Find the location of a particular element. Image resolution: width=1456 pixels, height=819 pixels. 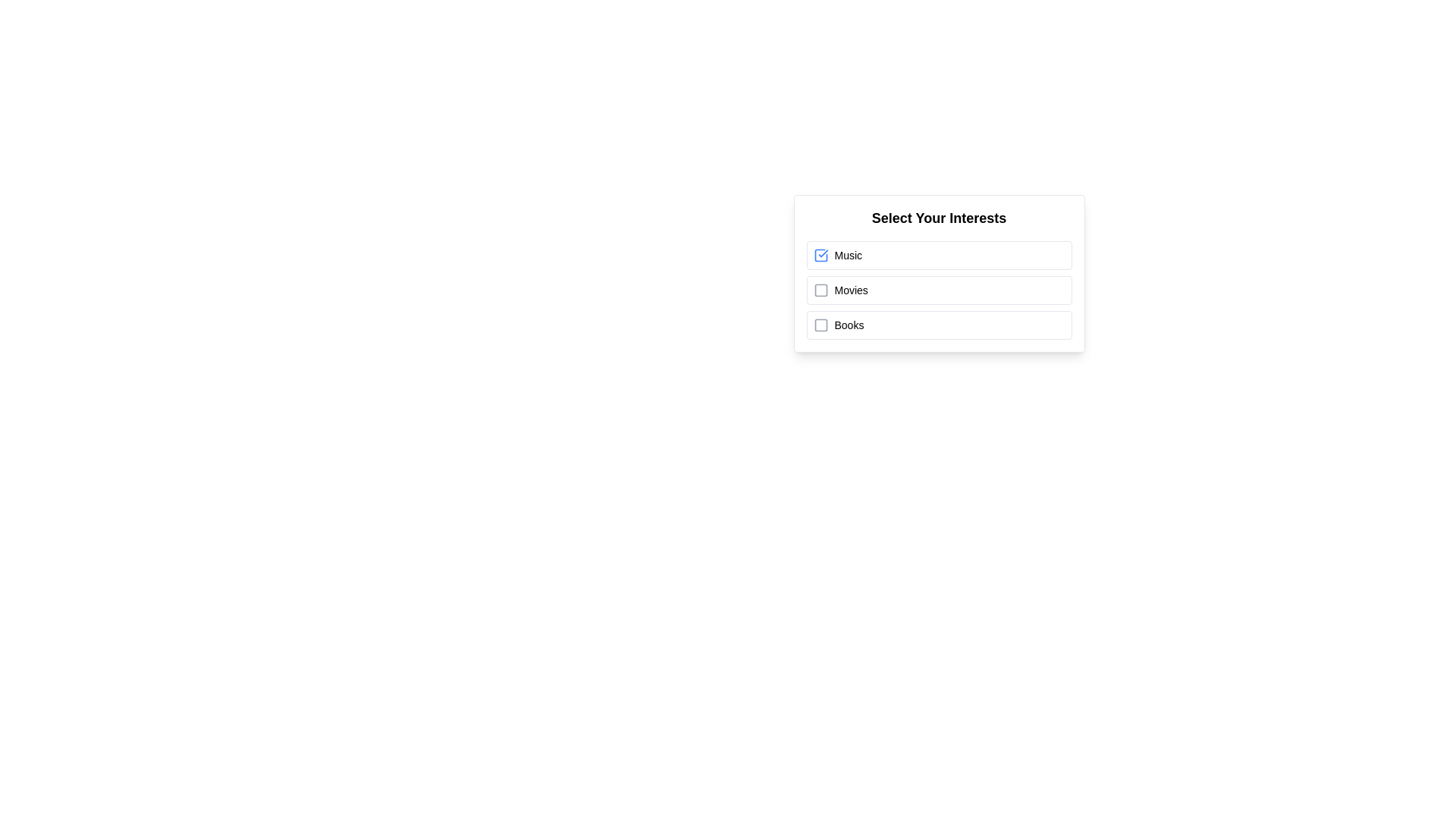

the 'Movies' label in the checkbox selection form, which is positioned below the 'Music' option and above the 'Books' option is located at coordinates (851, 290).